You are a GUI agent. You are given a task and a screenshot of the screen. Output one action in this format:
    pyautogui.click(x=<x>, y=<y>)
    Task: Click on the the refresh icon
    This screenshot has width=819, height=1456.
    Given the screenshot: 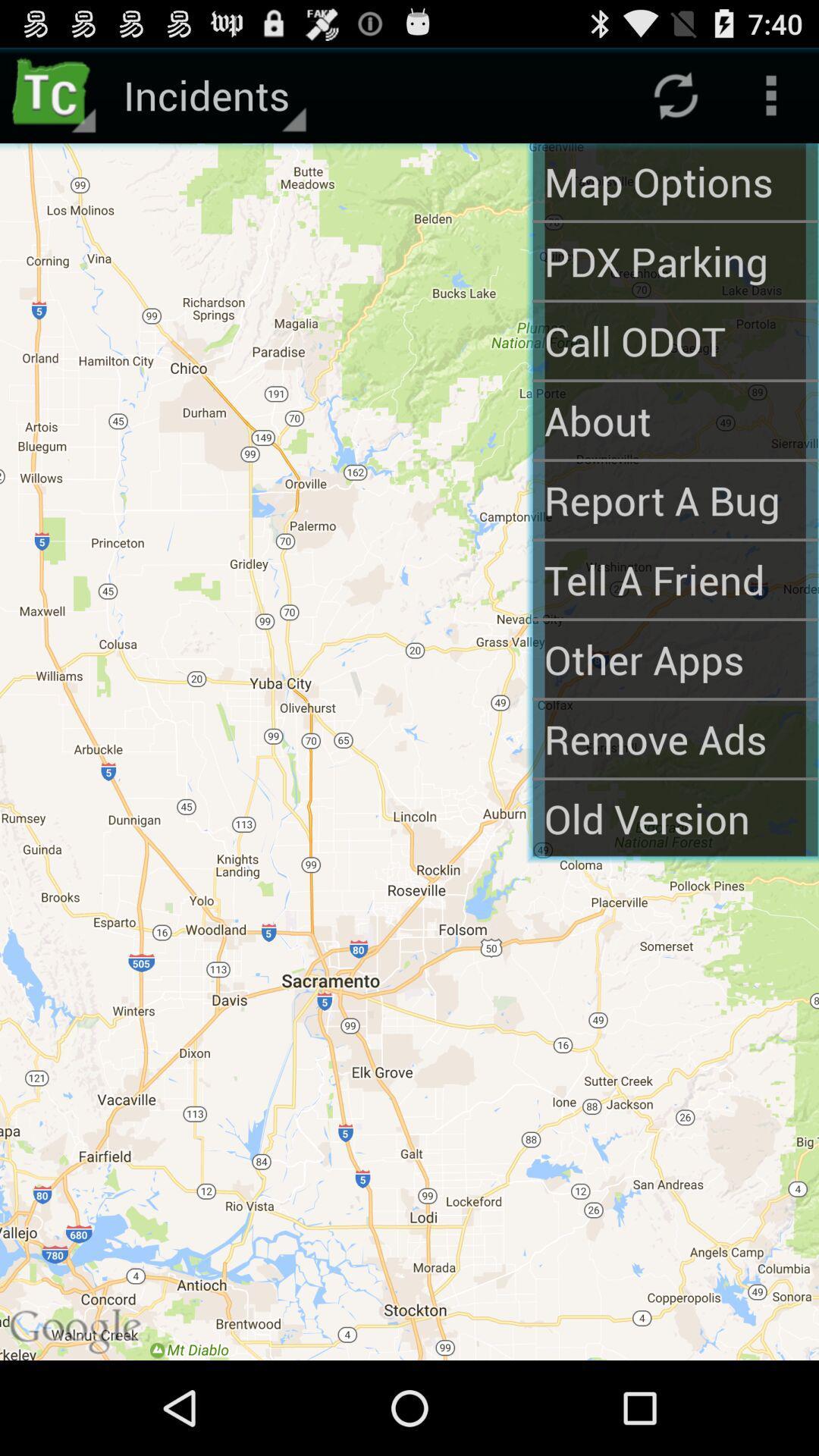 What is the action you would take?
    pyautogui.click(x=675, y=101)
    